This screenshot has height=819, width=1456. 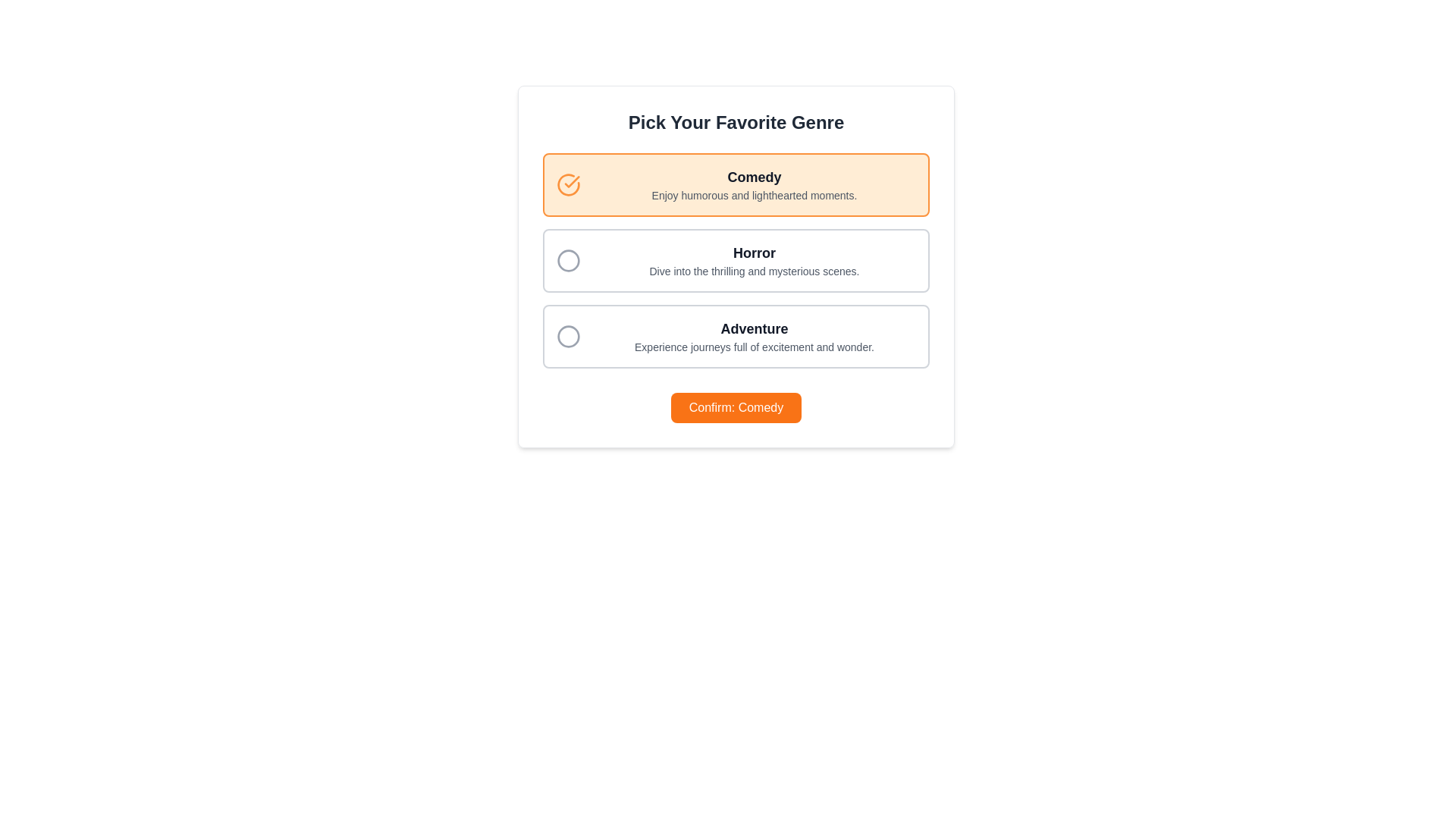 What do you see at coordinates (754, 195) in the screenshot?
I see `the text label displaying 'Enjoy humorous and lighthearted moments.' located centrally below the 'Comedy' header` at bounding box center [754, 195].